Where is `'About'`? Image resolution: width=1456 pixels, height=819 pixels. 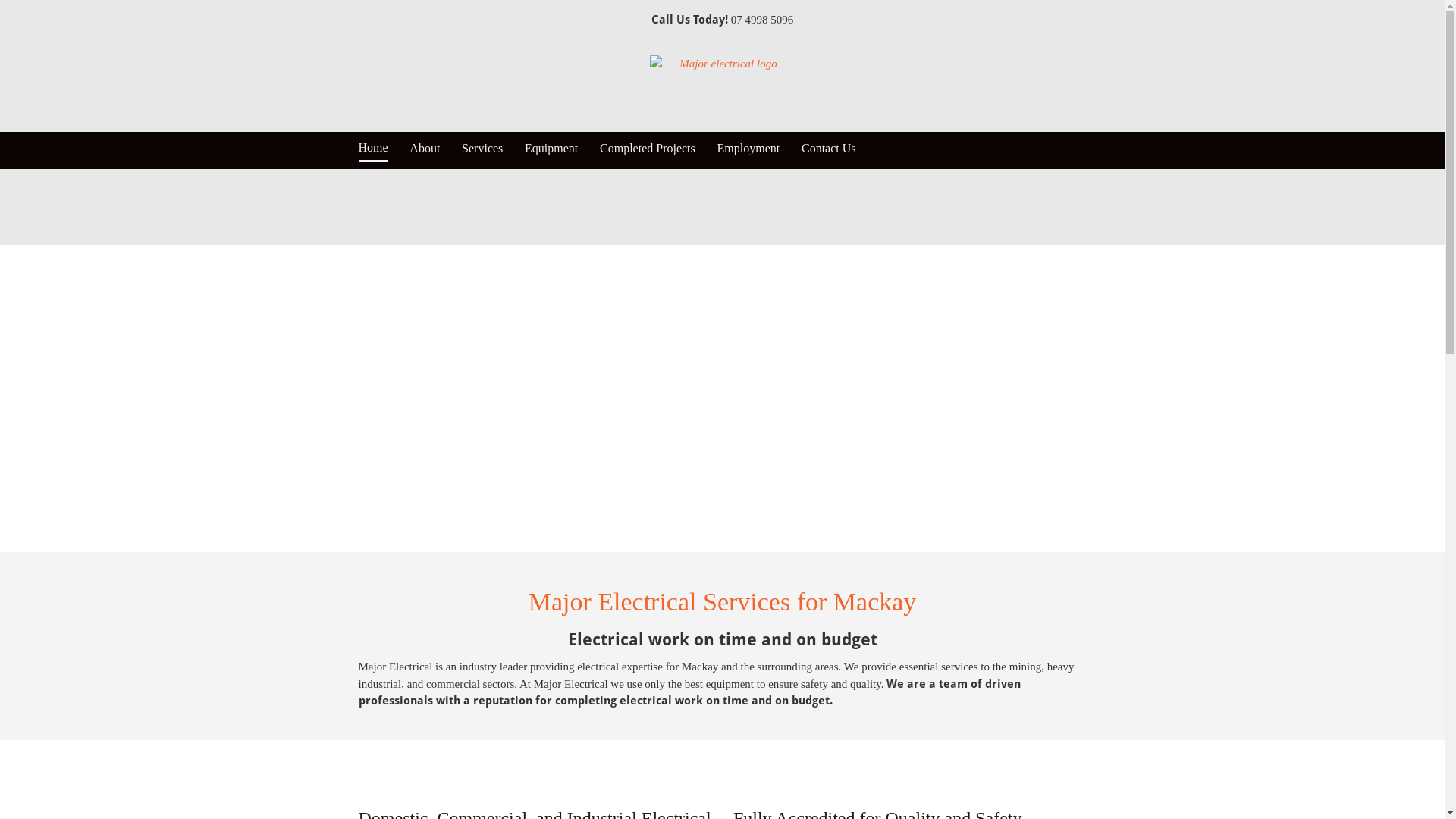
'About' is located at coordinates (425, 149).